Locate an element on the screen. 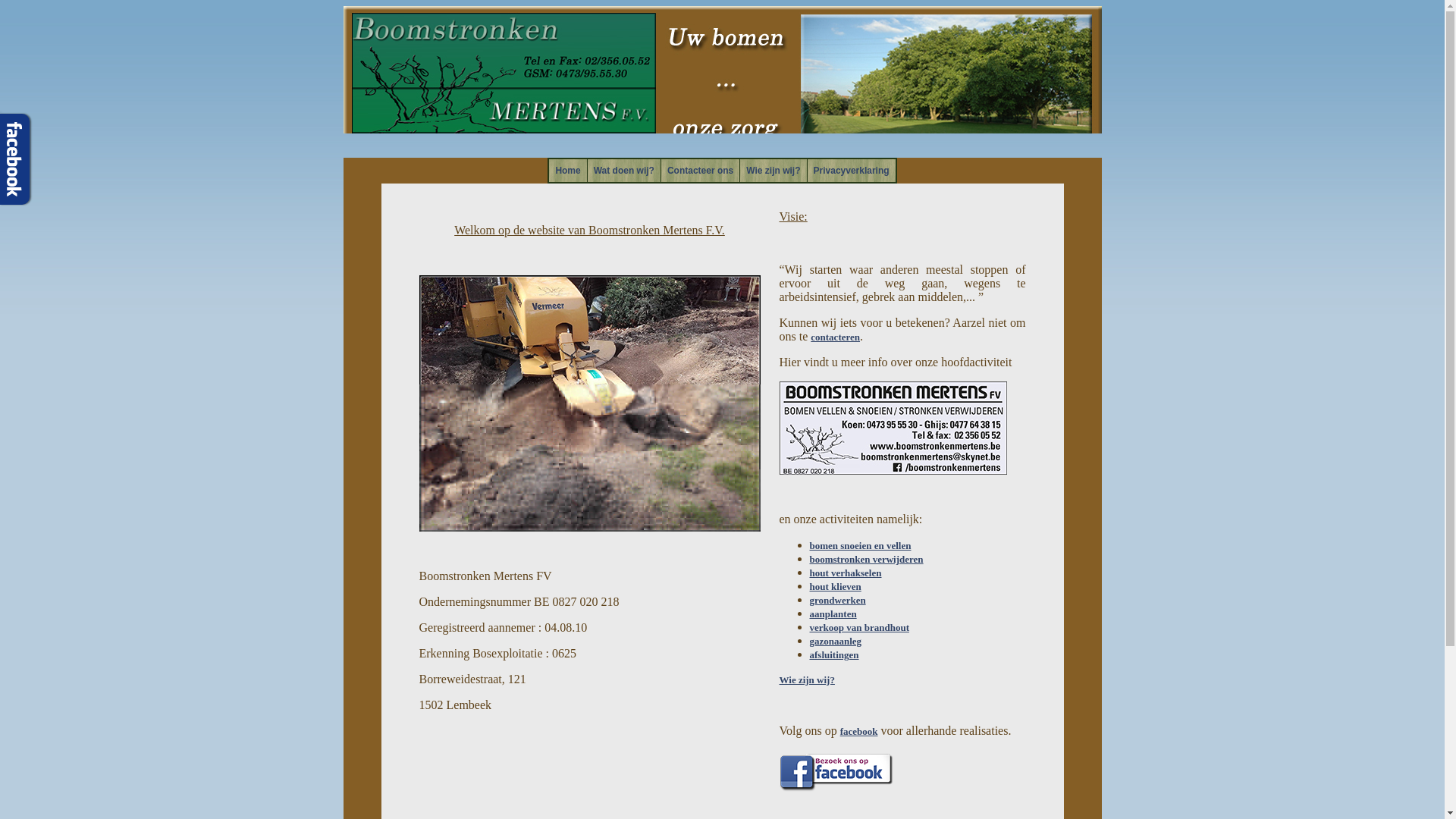 This screenshot has height=819, width=1456. 'contacteren' is located at coordinates (810, 336).